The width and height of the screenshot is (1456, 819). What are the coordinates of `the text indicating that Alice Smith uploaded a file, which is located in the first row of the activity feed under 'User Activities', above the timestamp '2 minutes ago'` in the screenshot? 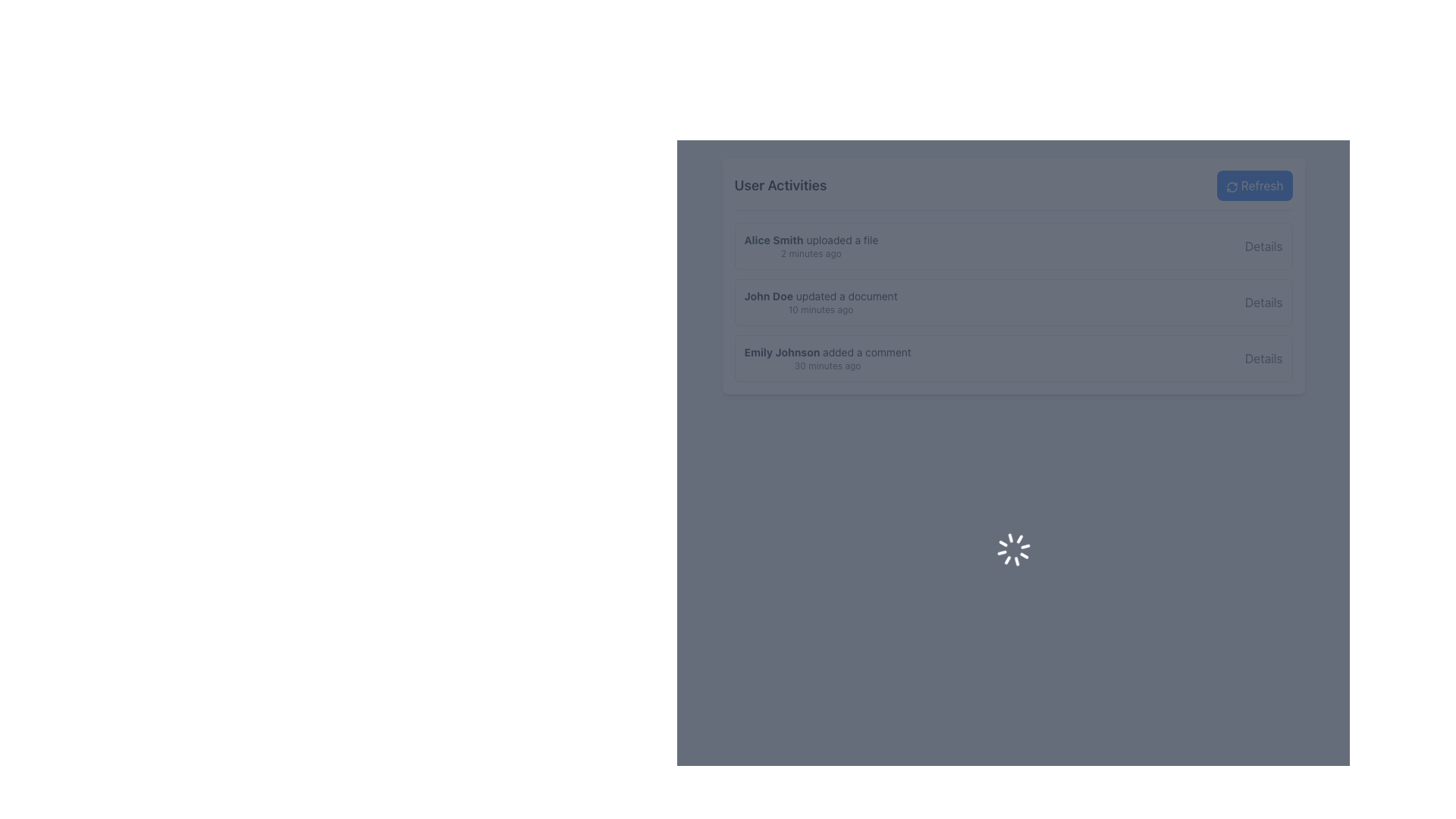 It's located at (810, 239).